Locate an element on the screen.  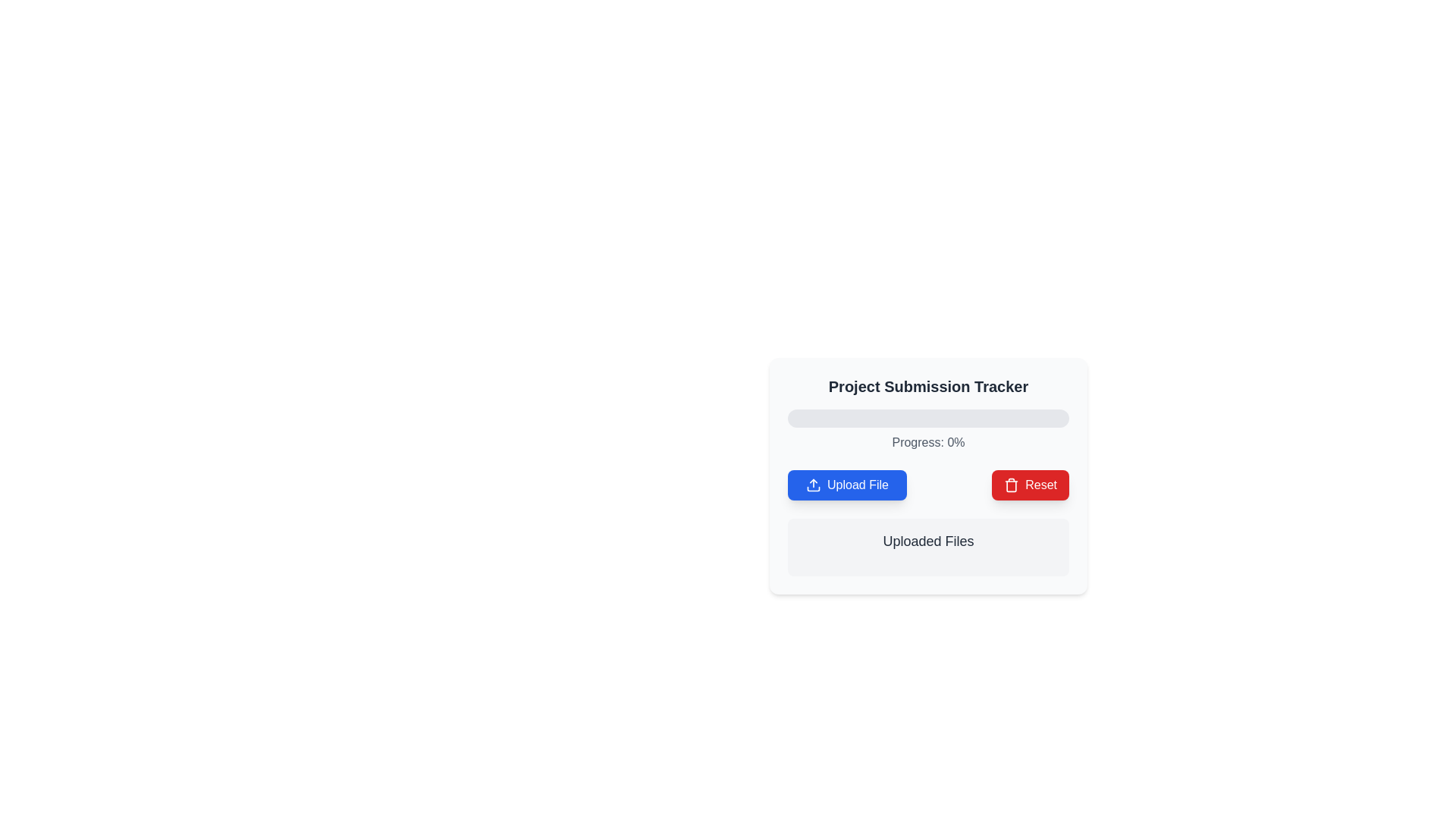
the static text block or section label located below the 'Upload File' and 'Reset' buttons, which indicates the content related to uploaded files is located at coordinates (927, 547).